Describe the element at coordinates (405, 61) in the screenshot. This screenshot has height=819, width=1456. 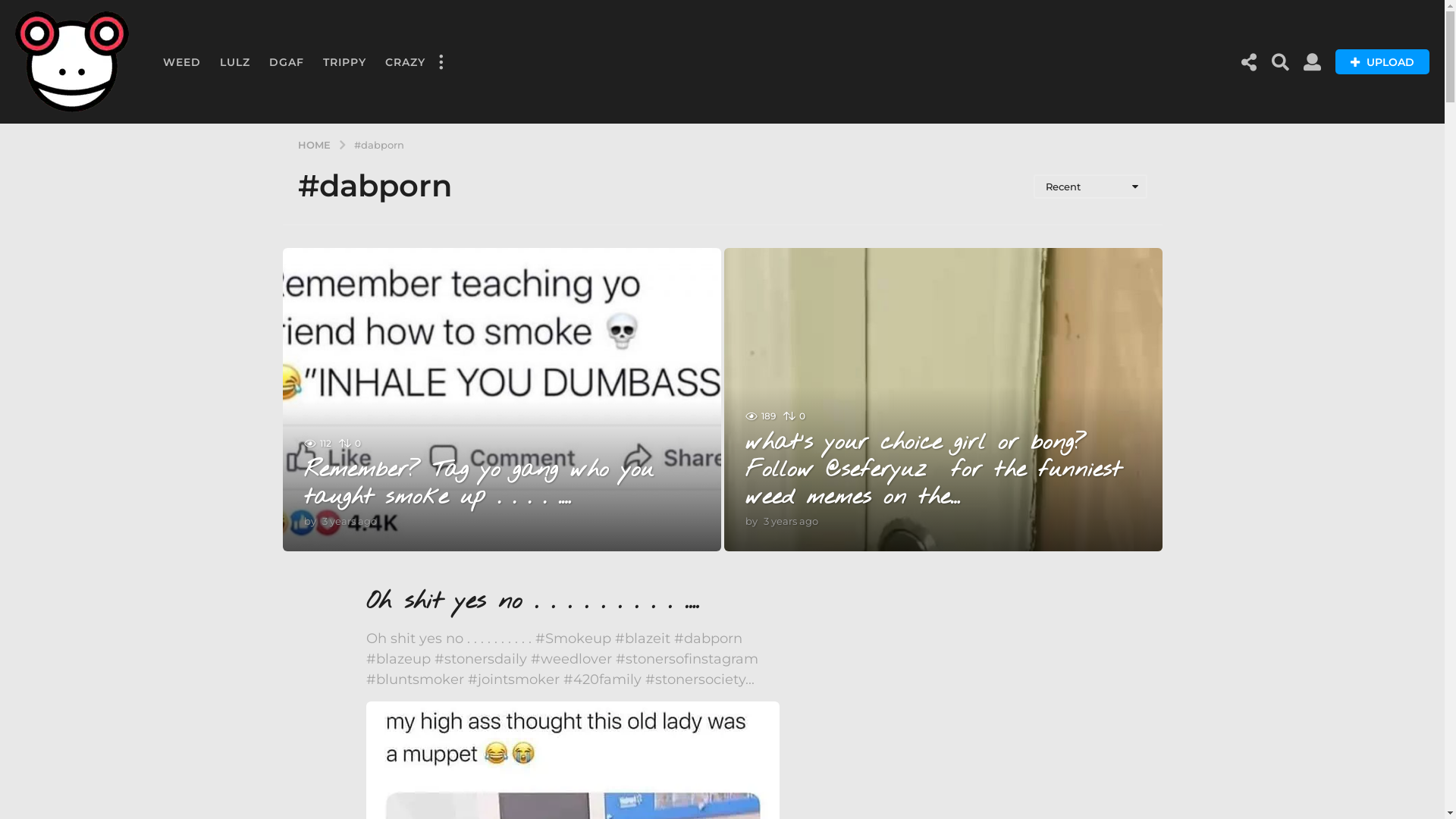
I see `'CRAZY'` at that location.